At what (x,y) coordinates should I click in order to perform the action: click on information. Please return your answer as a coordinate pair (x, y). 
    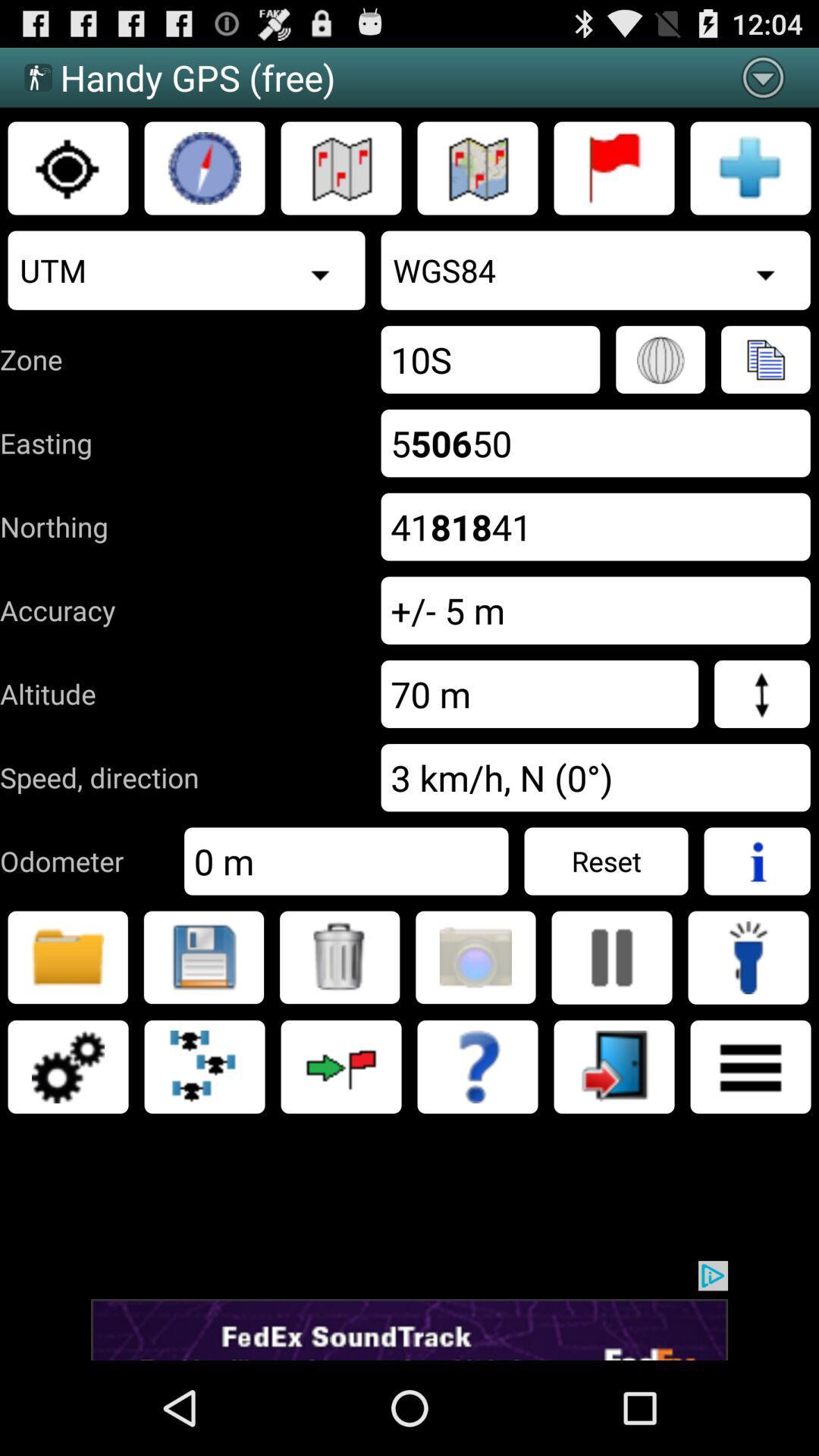
    Looking at the image, I should click on (757, 861).